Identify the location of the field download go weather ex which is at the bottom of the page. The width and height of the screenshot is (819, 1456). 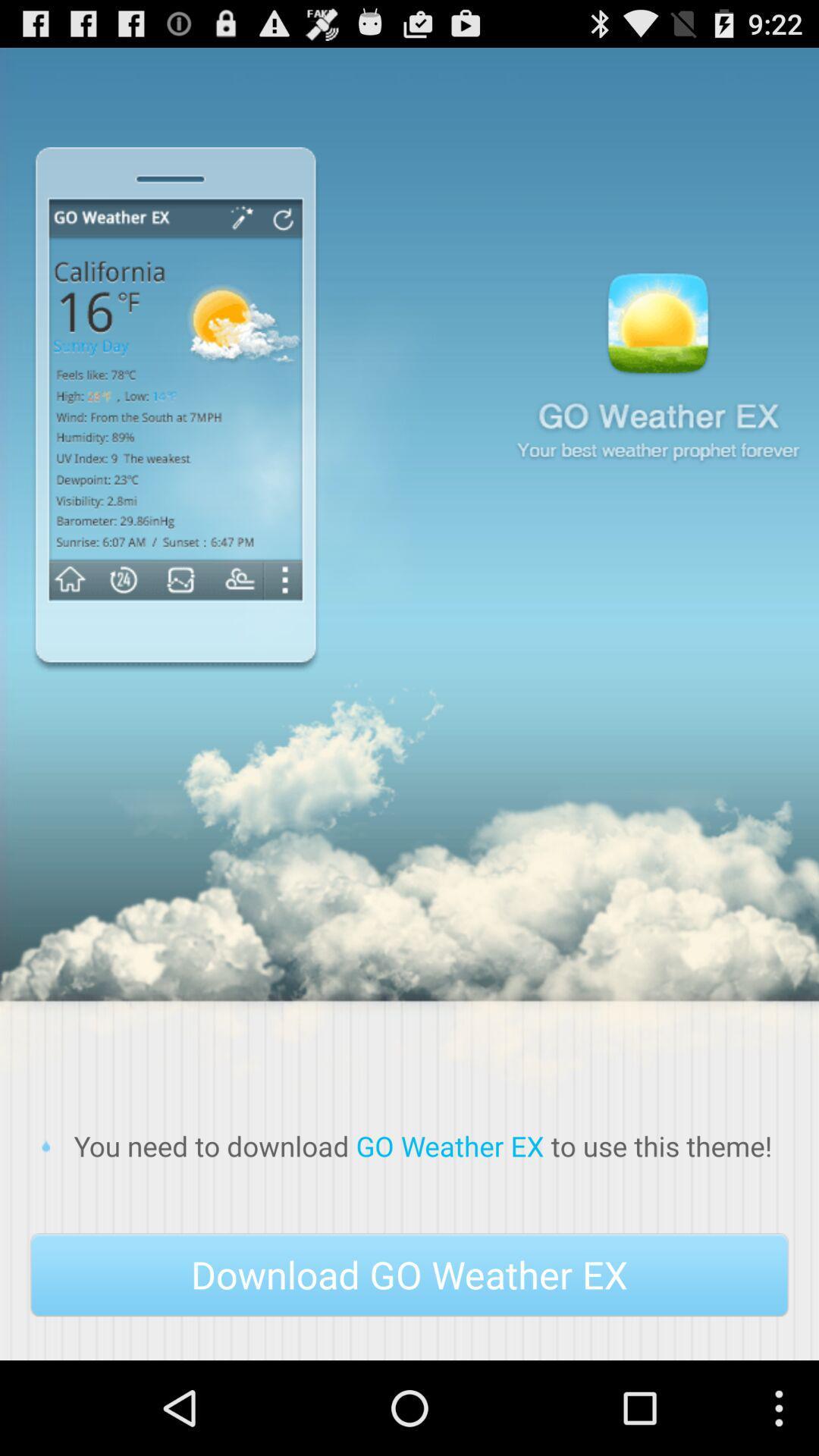
(409, 1274).